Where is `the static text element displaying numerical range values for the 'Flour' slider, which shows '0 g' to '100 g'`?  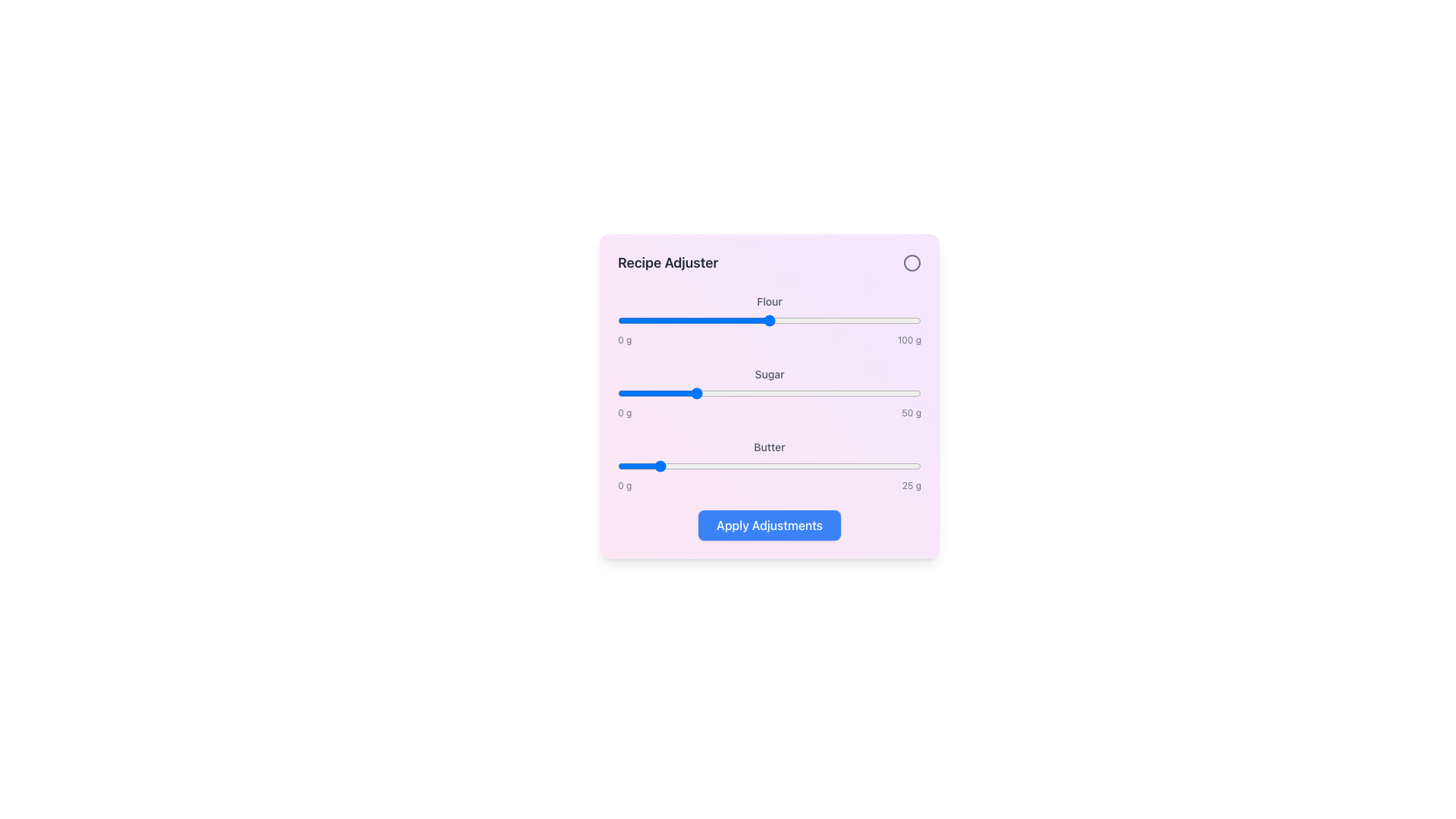 the static text element displaying numerical range values for the 'Flour' slider, which shows '0 g' to '100 g' is located at coordinates (769, 339).